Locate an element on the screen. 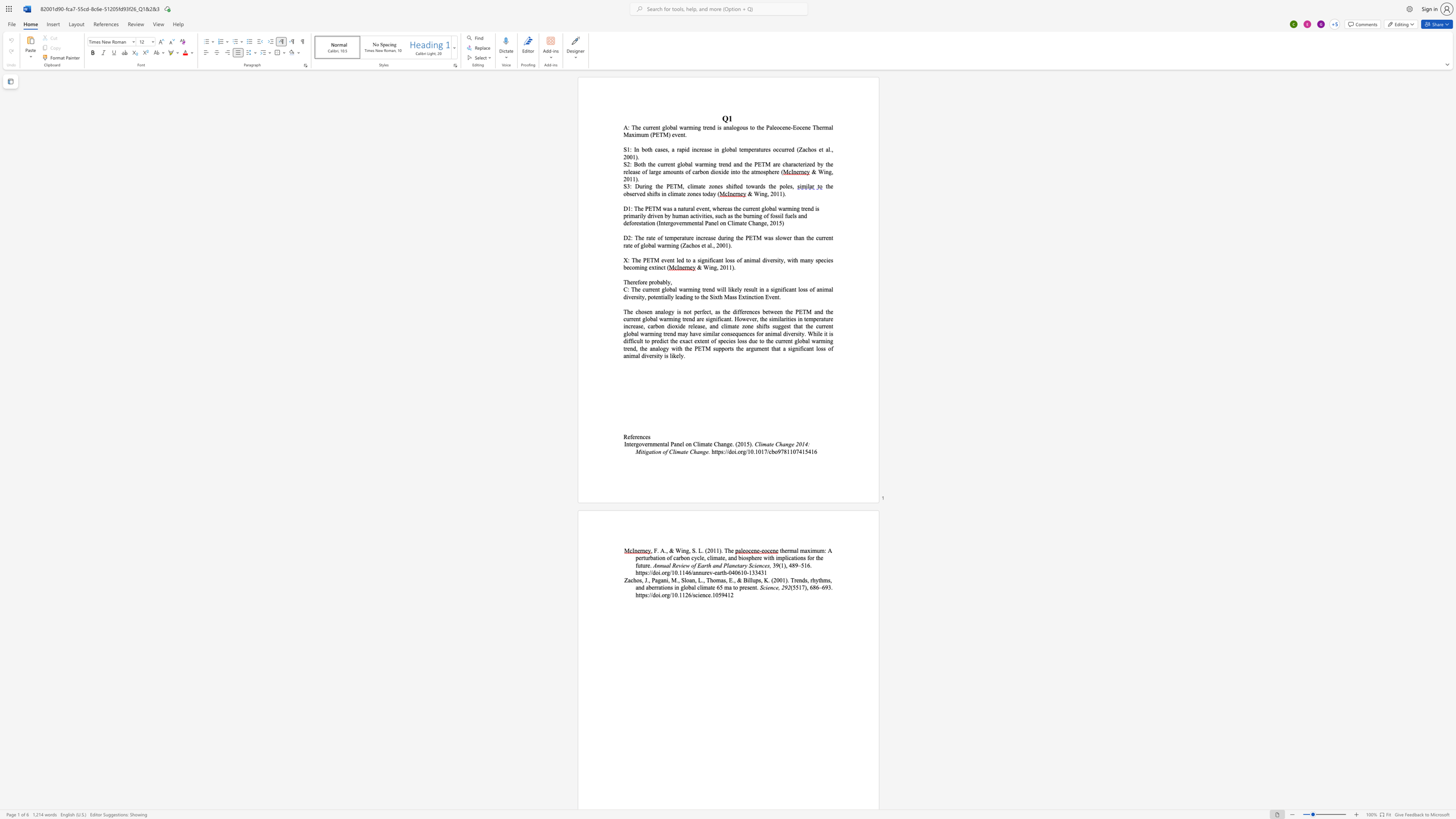  the 1th character "f" in the text is located at coordinates (631, 436).